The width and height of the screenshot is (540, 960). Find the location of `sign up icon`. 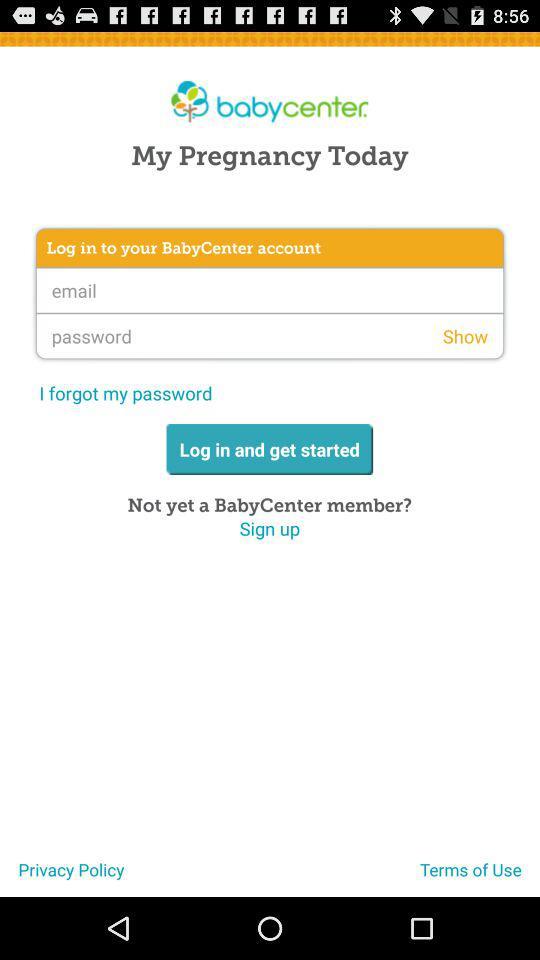

sign up icon is located at coordinates (269, 527).